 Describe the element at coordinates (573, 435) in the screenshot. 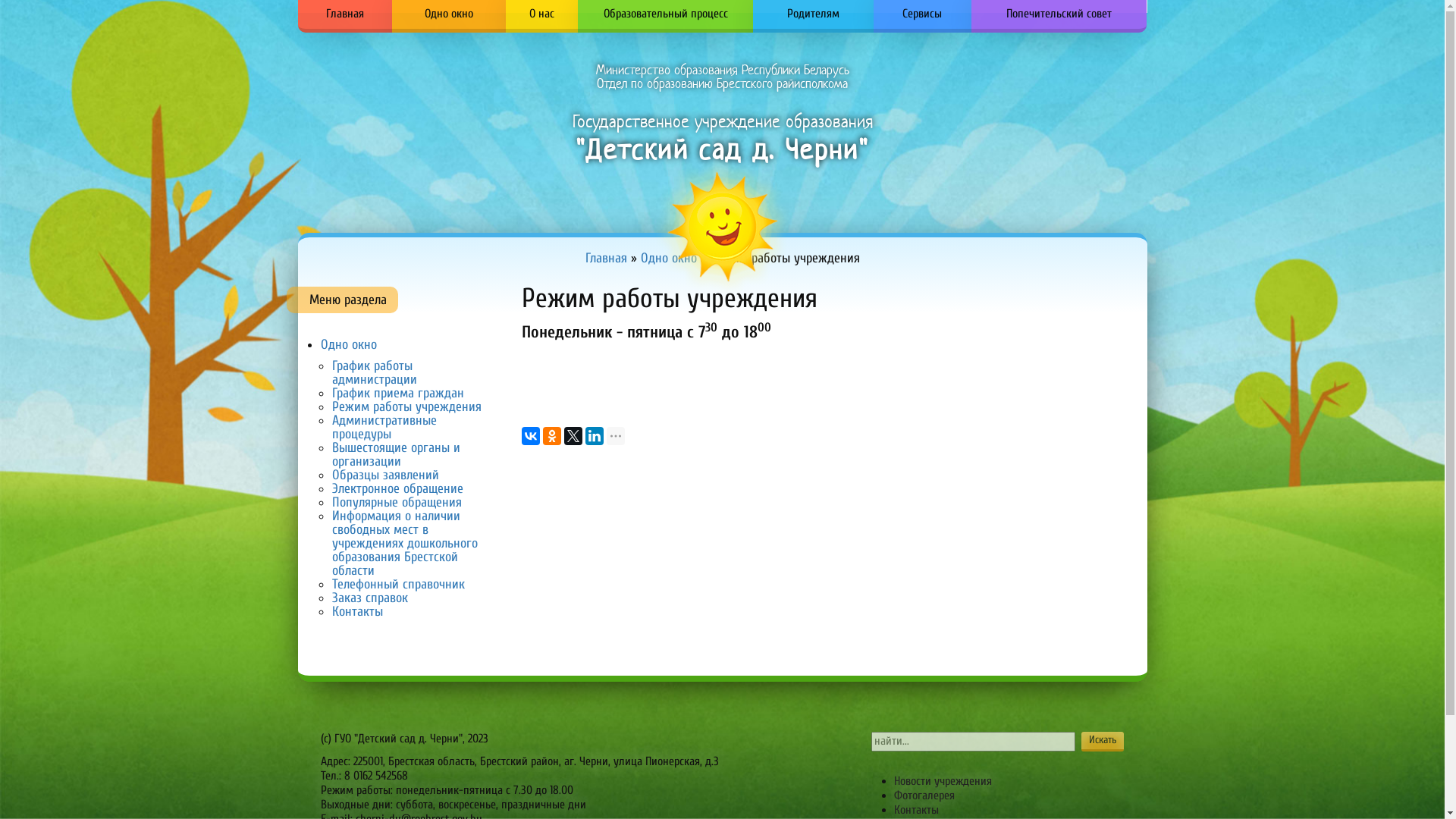

I see `'Twitter'` at that location.